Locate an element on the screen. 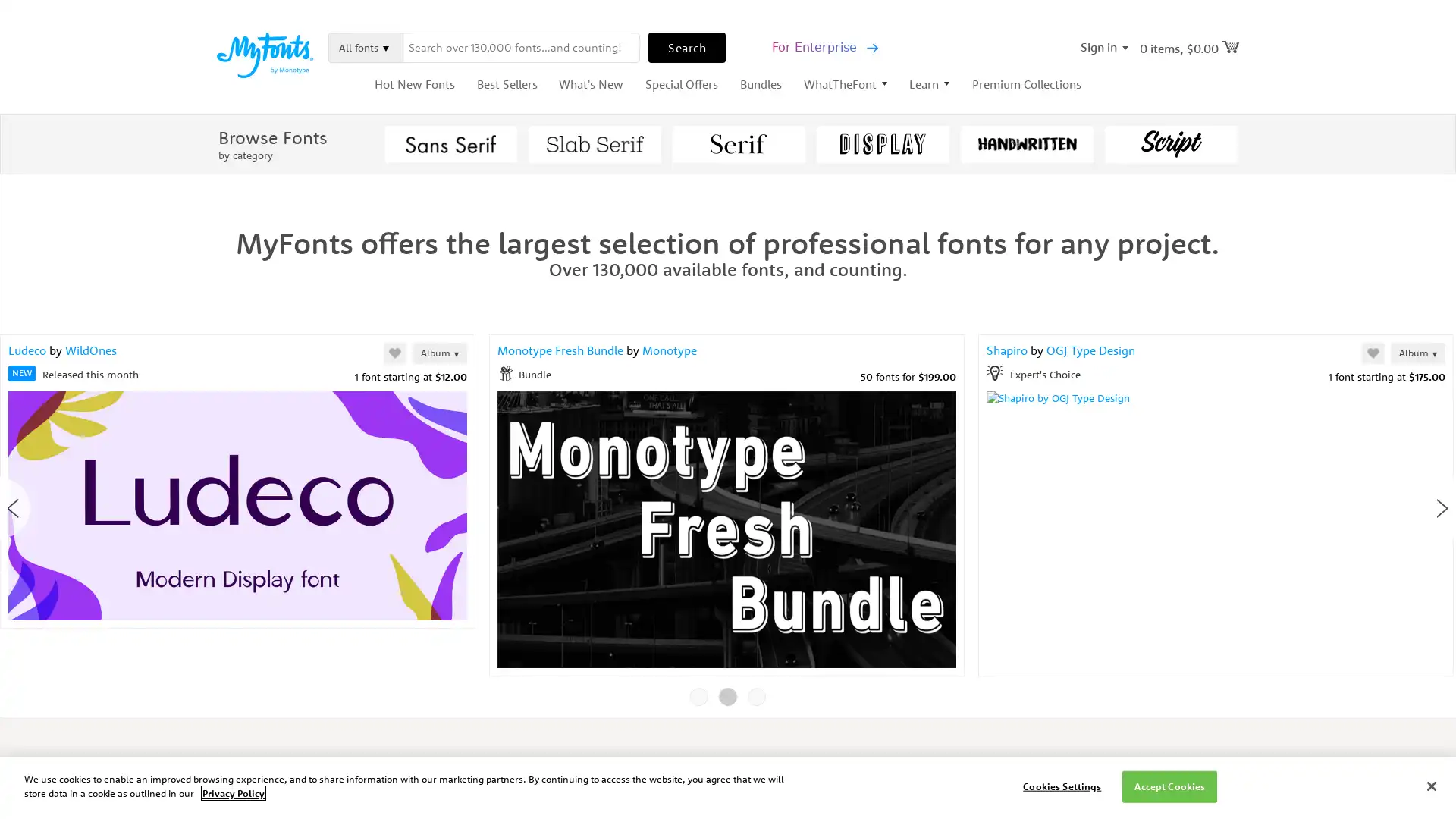 The height and width of the screenshot is (819, 1456). Submit is located at coordinates (864, 371).